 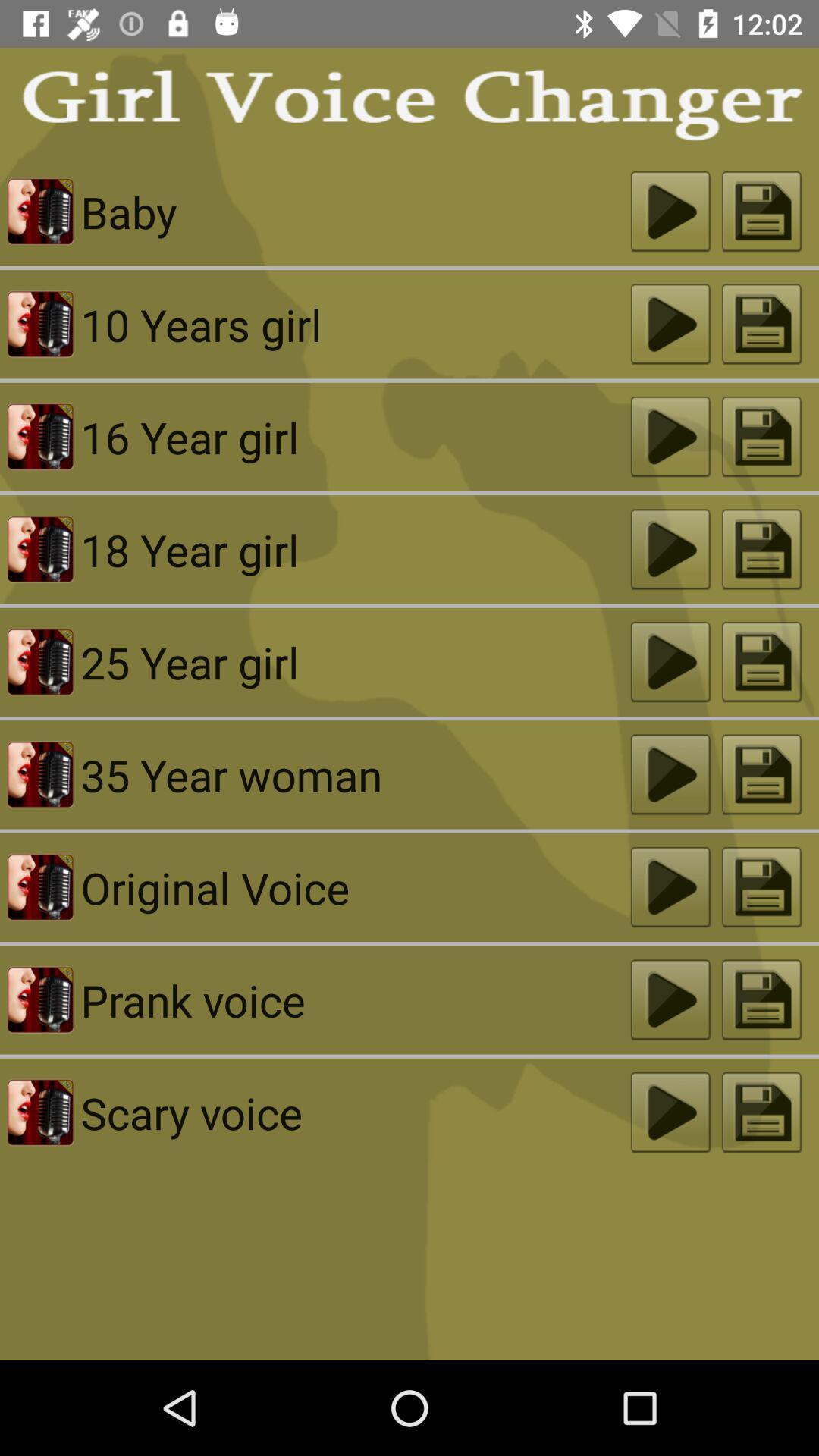 What do you see at coordinates (356, 1112) in the screenshot?
I see `the scary voice  icon` at bounding box center [356, 1112].